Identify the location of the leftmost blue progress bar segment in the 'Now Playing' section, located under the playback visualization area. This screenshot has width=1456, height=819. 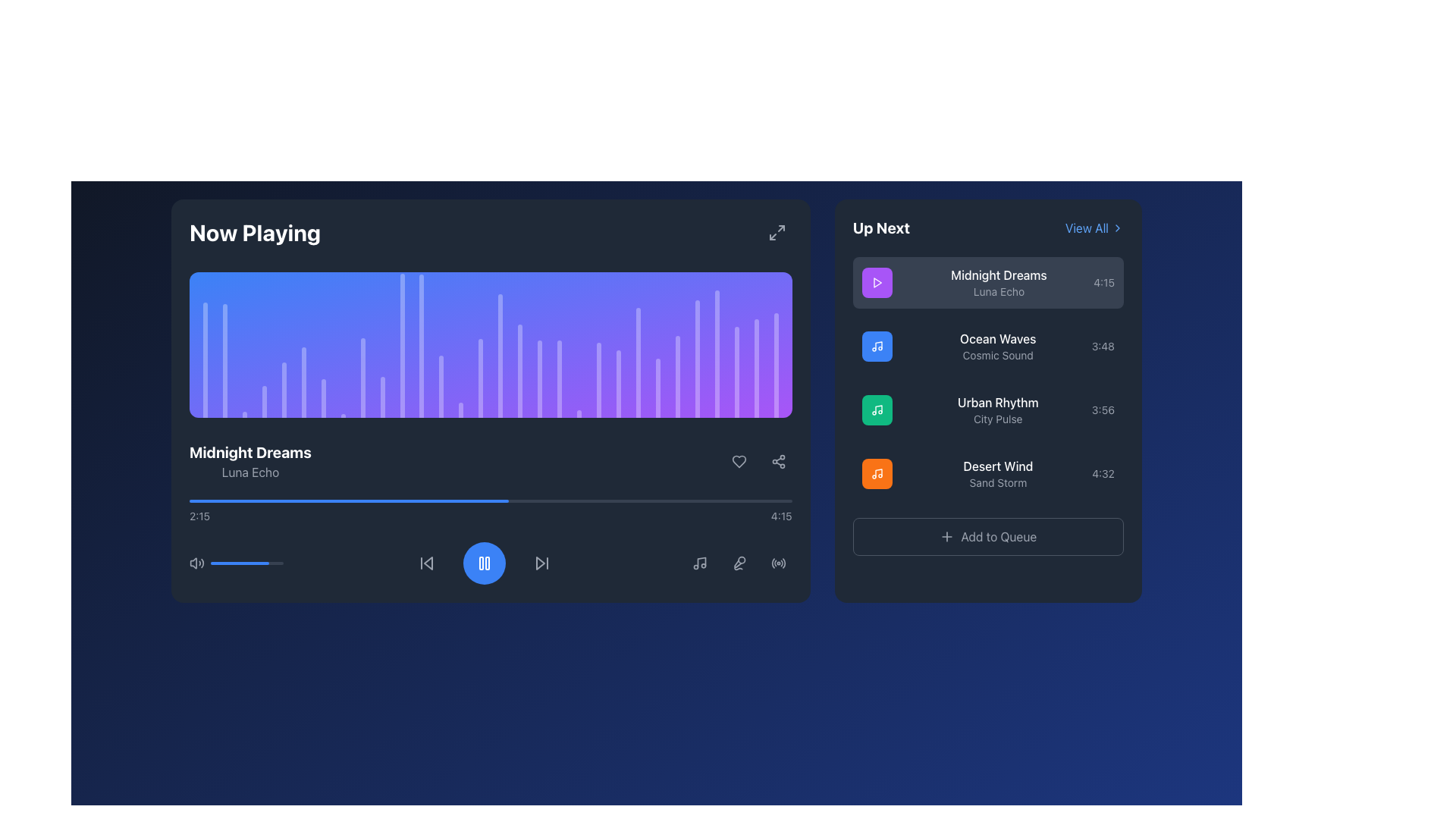
(348, 500).